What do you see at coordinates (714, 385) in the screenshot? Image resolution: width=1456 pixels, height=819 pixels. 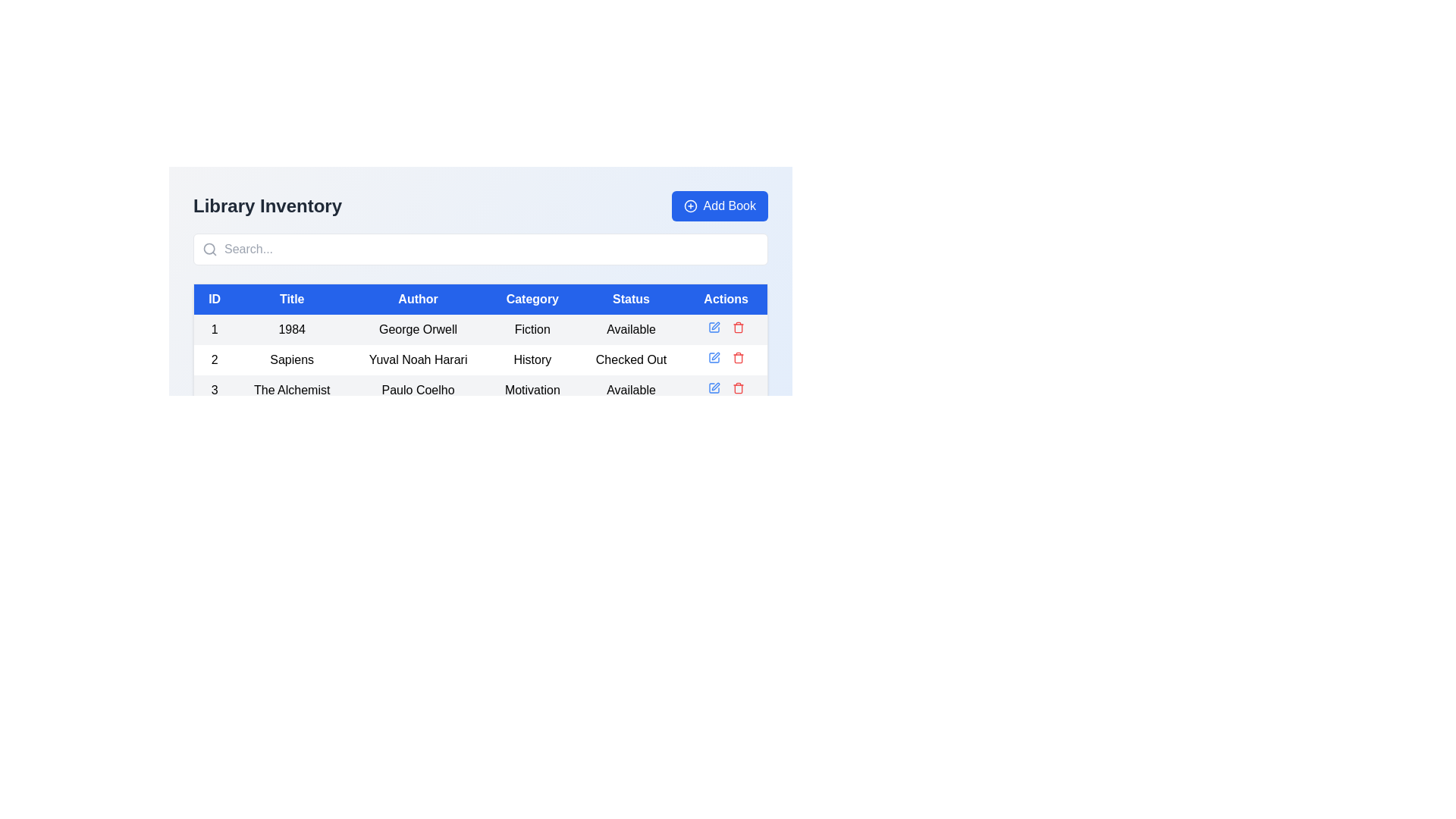 I see `the edit icon resembling a pen or pencil, located in the 'Actions' column of the 'Library Inventory' table for the last entry 'The Alchemist'` at bounding box center [714, 385].